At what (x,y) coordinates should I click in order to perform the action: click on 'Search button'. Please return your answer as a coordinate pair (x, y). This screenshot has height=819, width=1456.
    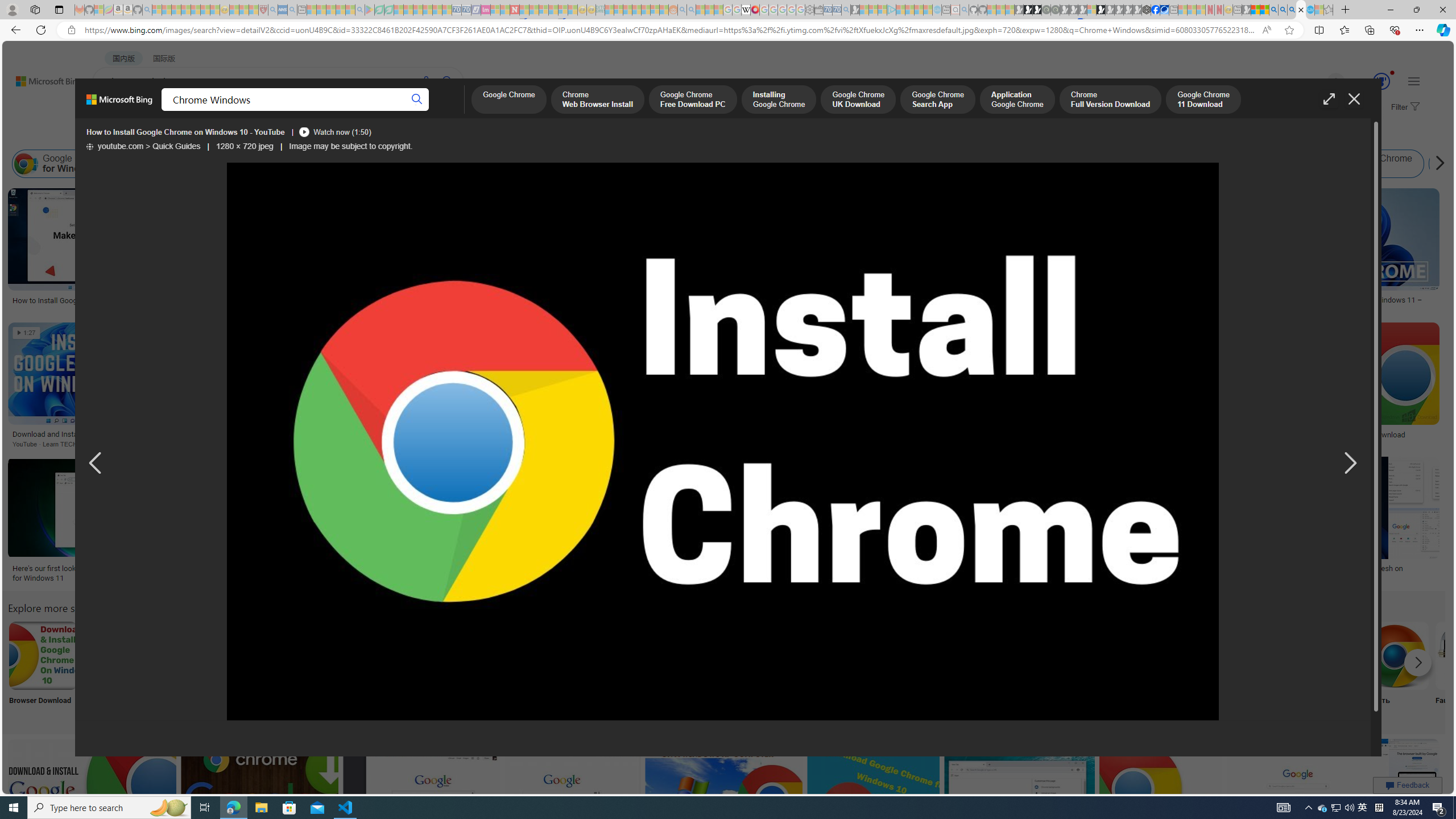
    Looking at the image, I should click on (417, 100).